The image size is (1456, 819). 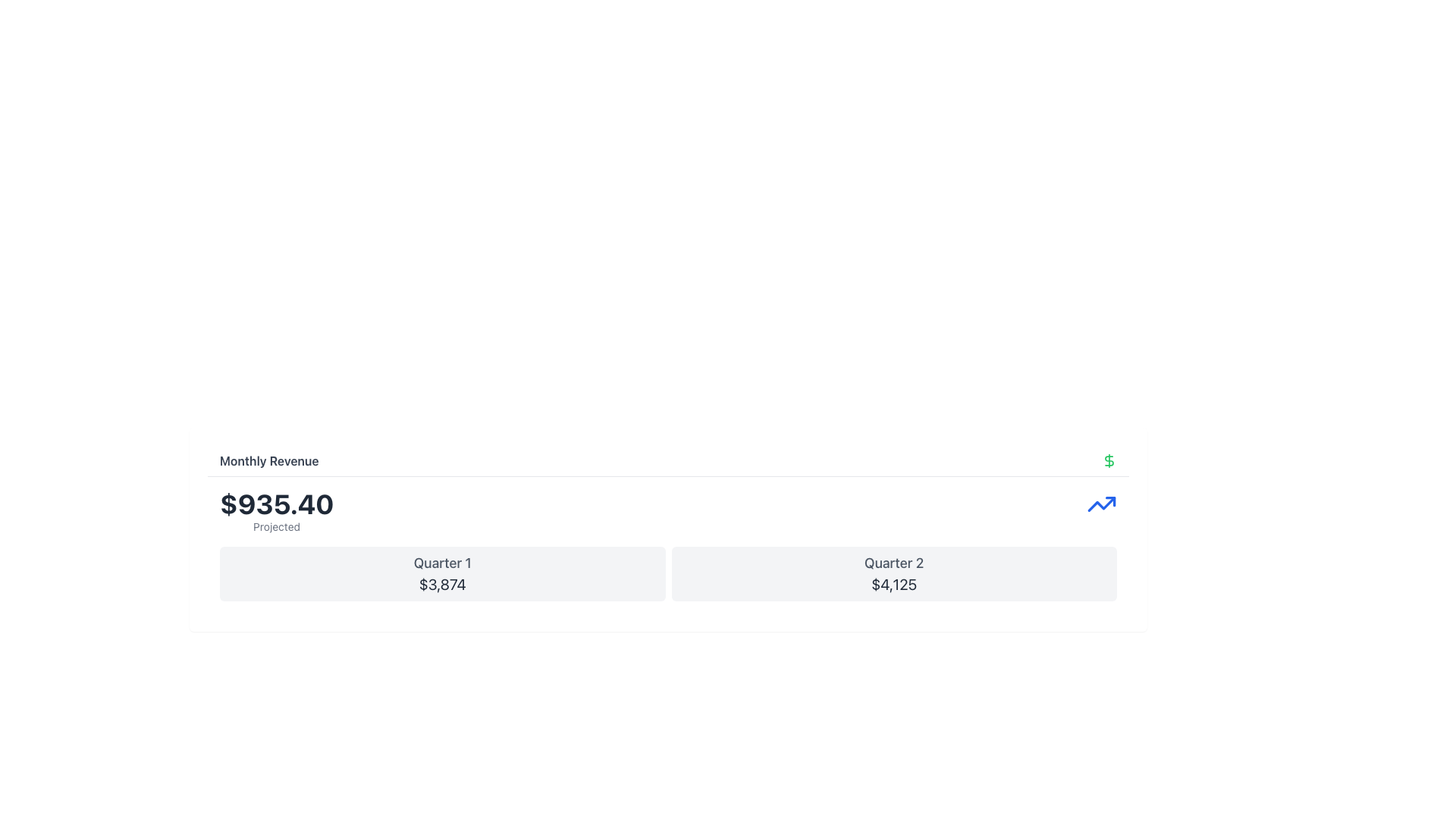 What do you see at coordinates (441, 563) in the screenshot?
I see `the Text Display element which indicates the specific period or category associated with the data in the card, positioned at the top-center of the card` at bounding box center [441, 563].